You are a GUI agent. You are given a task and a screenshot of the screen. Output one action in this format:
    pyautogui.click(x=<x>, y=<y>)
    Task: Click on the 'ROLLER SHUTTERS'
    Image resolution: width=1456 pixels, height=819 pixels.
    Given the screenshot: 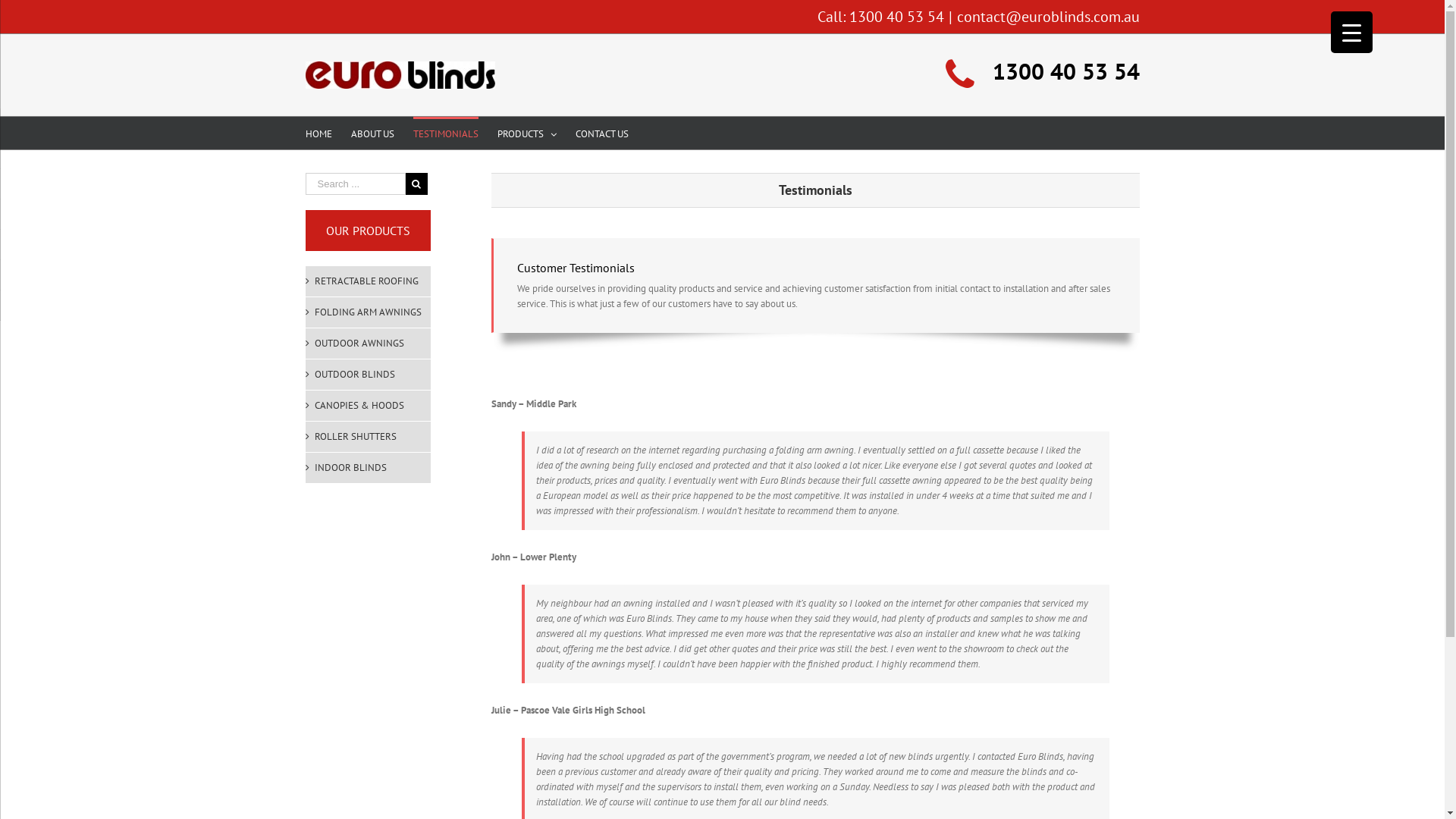 What is the action you would take?
    pyautogui.click(x=368, y=436)
    